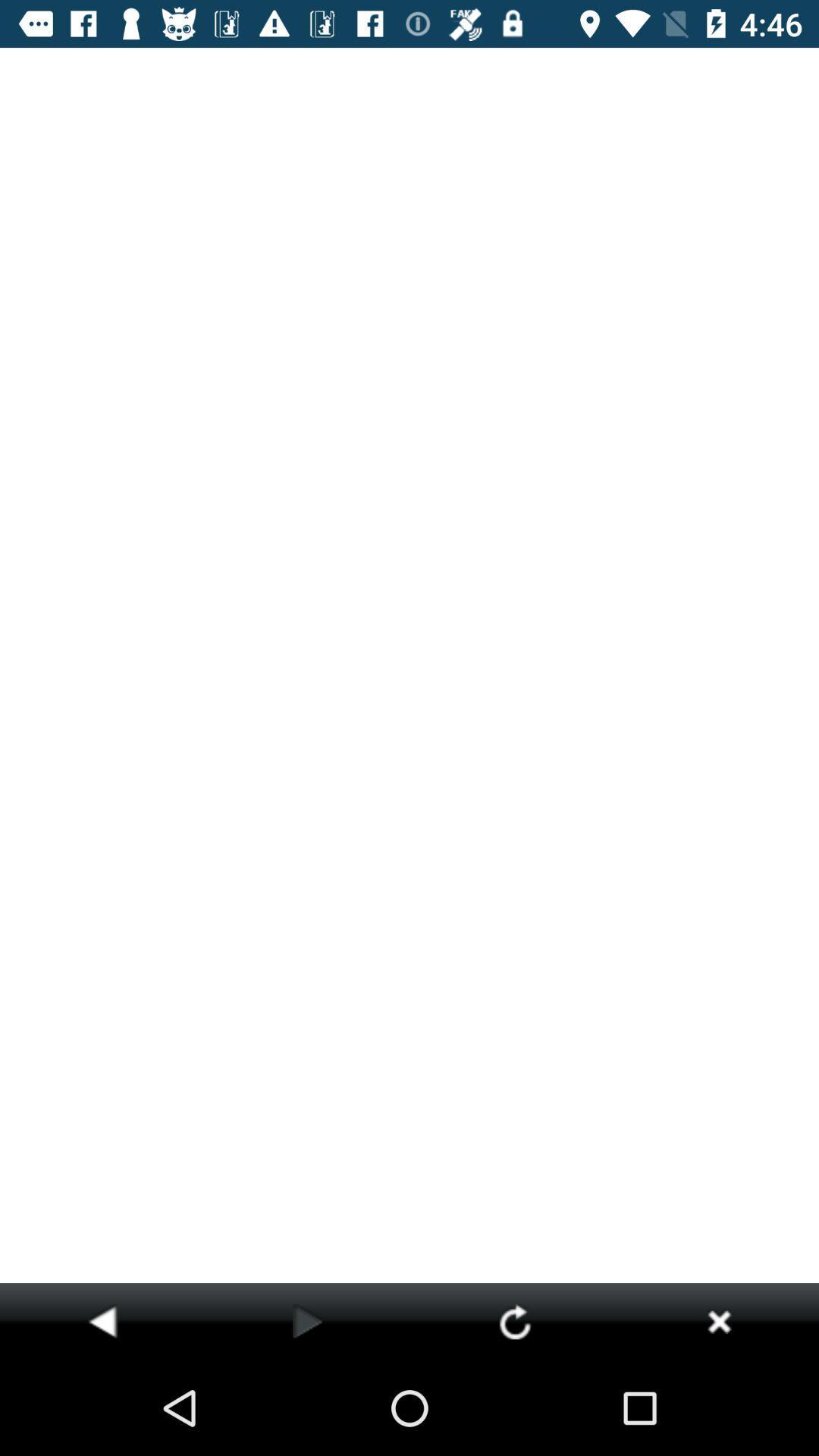 The width and height of the screenshot is (819, 1456). I want to click on this track, so click(307, 1320).